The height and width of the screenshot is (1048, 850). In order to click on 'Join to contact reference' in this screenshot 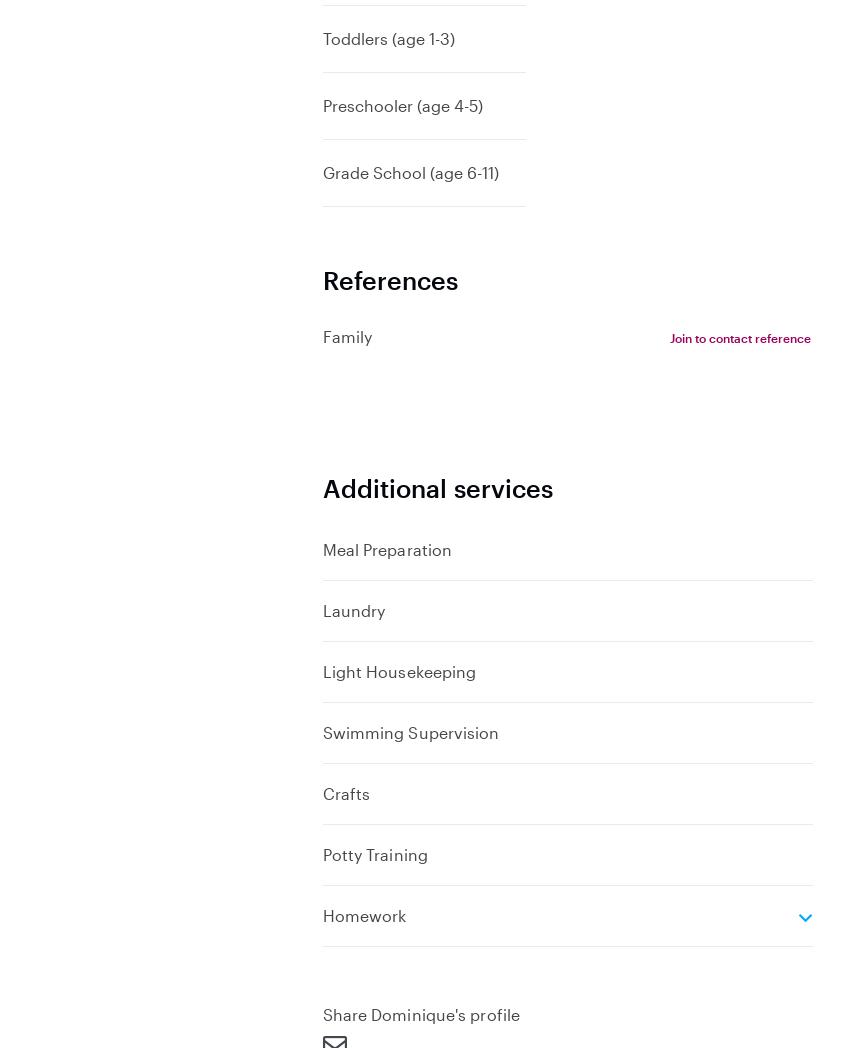, I will do `click(739, 337)`.